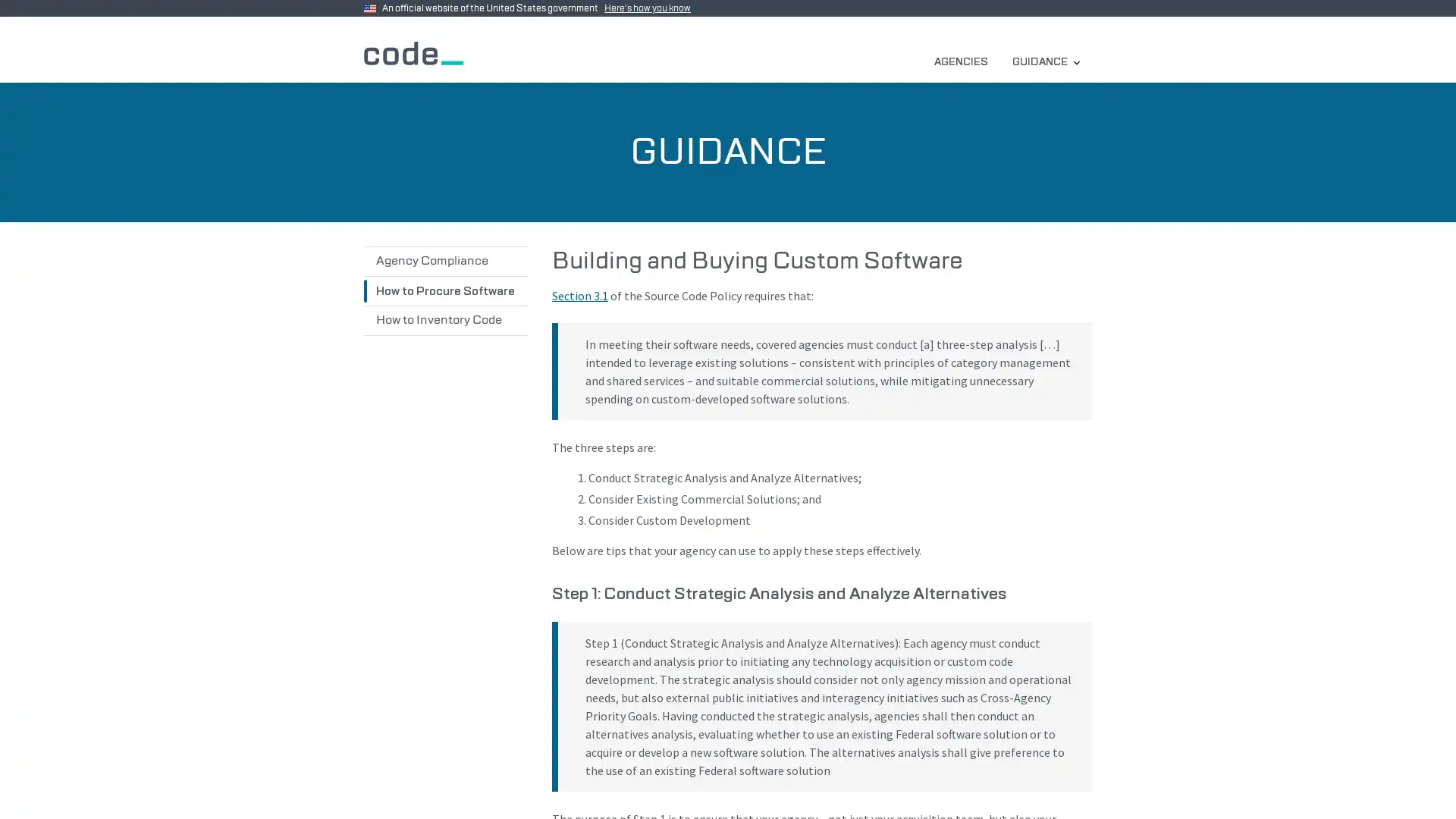 This screenshot has width=1456, height=819. I want to click on Here's how you know, so click(651, 8).